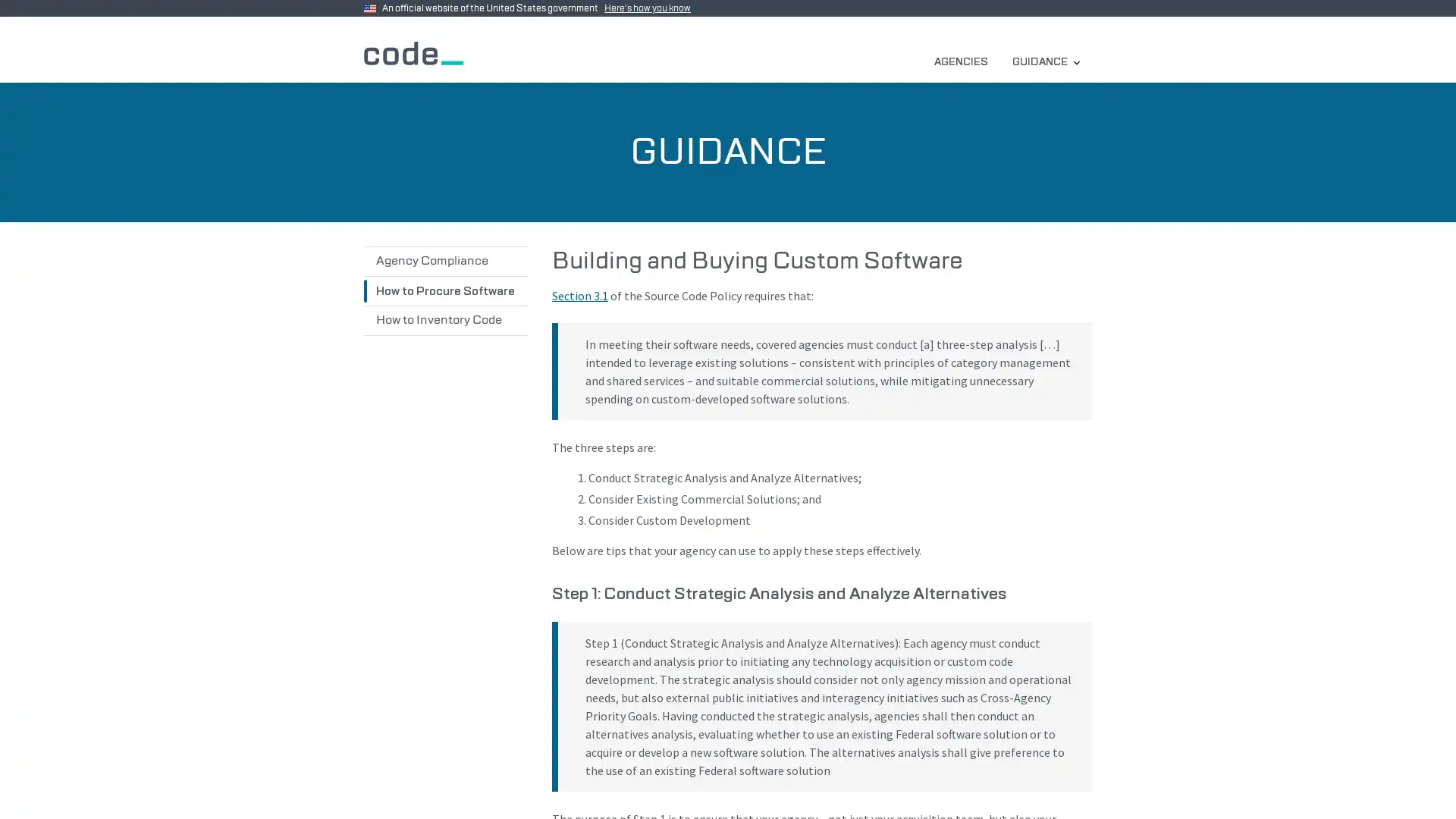 This screenshot has width=1456, height=819. I want to click on Here's how you know, so click(651, 8).